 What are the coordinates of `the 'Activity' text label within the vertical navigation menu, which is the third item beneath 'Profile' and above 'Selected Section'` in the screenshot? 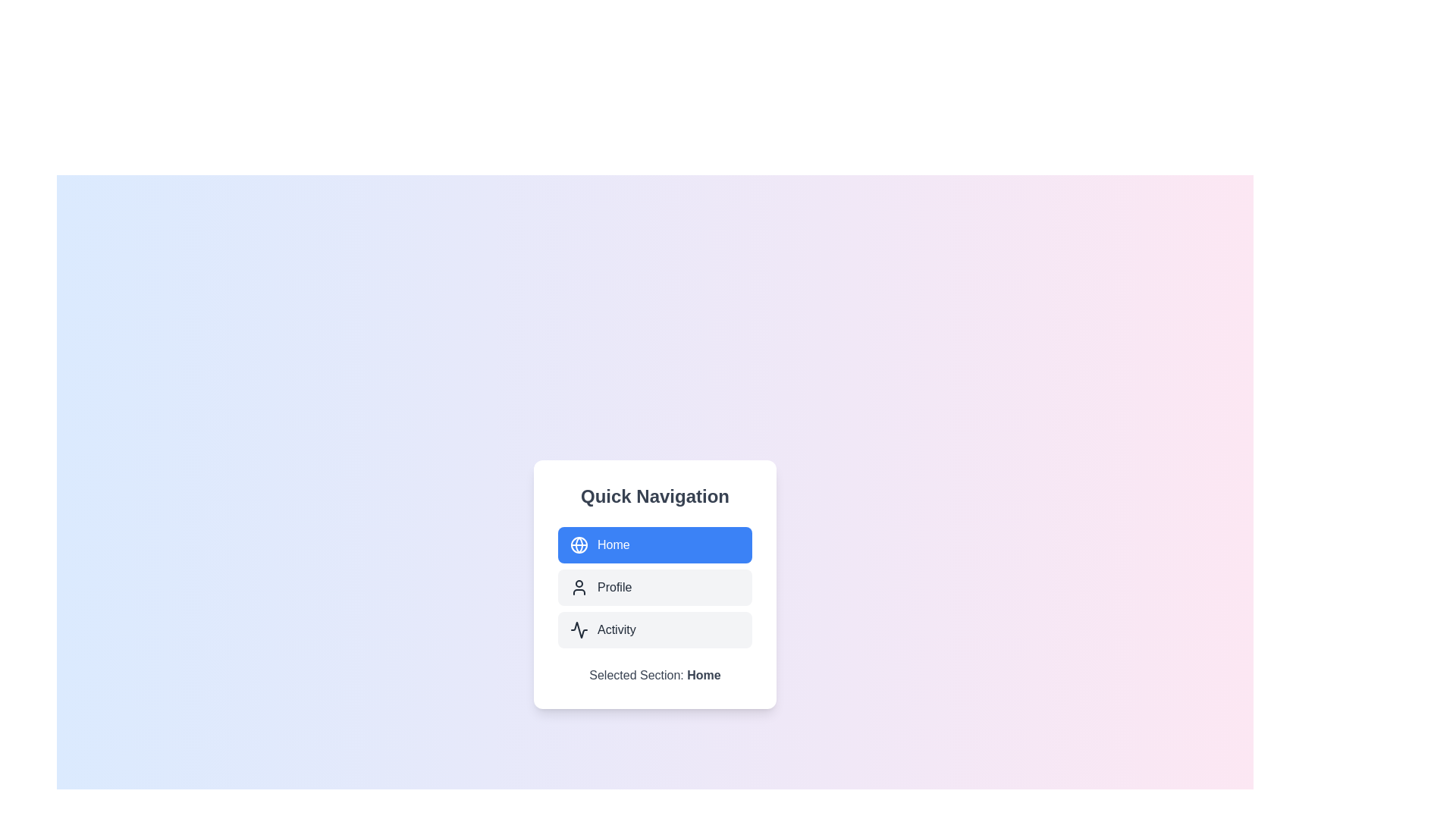 It's located at (617, 629).